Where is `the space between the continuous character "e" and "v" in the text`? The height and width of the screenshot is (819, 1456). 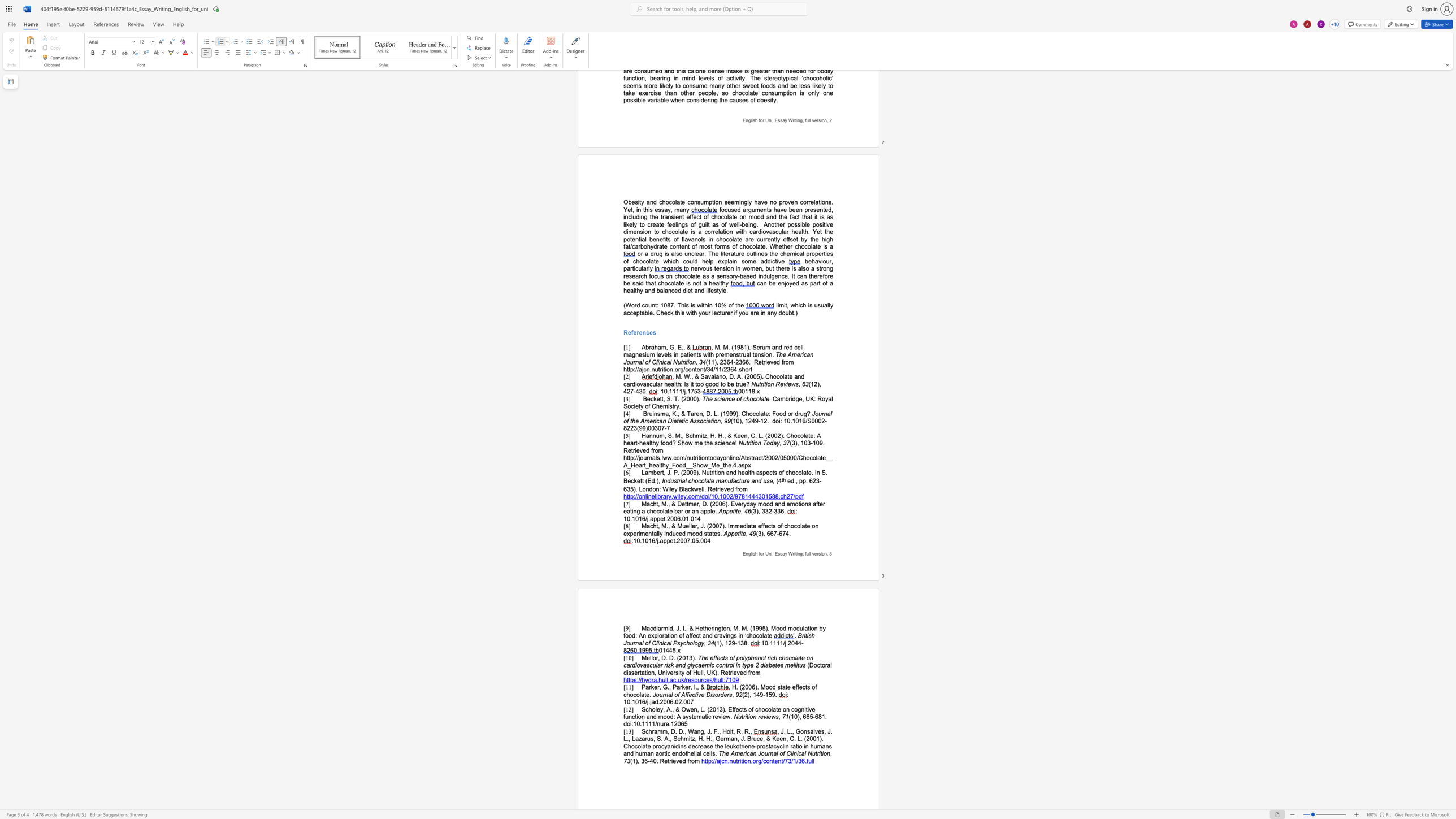
the space between the continuous character "e" and "v" in the text is located at coordinates (675, 761).